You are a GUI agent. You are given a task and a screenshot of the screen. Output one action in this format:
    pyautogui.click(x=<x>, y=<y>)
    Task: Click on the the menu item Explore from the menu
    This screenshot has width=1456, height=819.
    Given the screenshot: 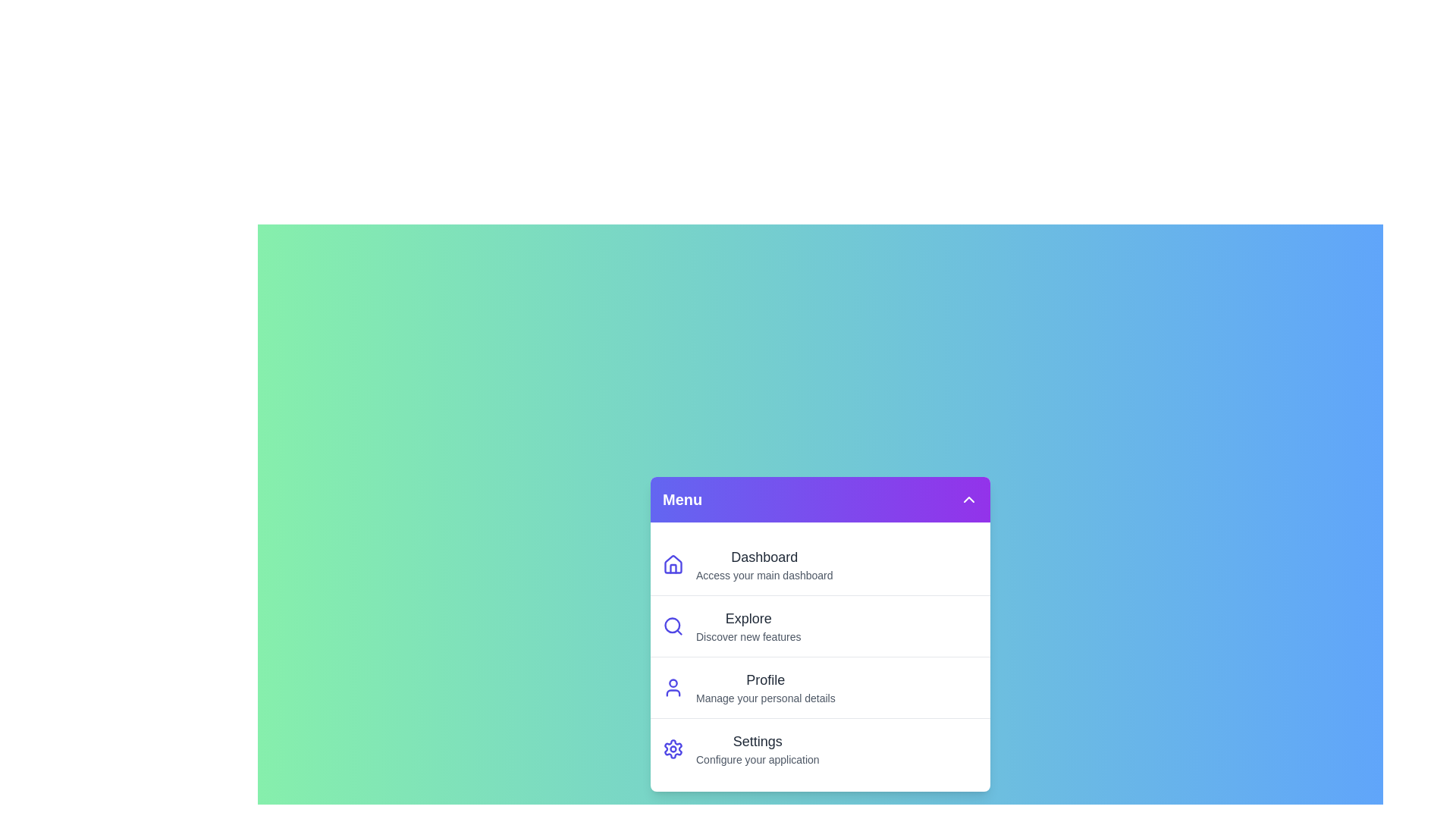 What is the action you would take?
    pyautogui.click(x=819, y=626)
    